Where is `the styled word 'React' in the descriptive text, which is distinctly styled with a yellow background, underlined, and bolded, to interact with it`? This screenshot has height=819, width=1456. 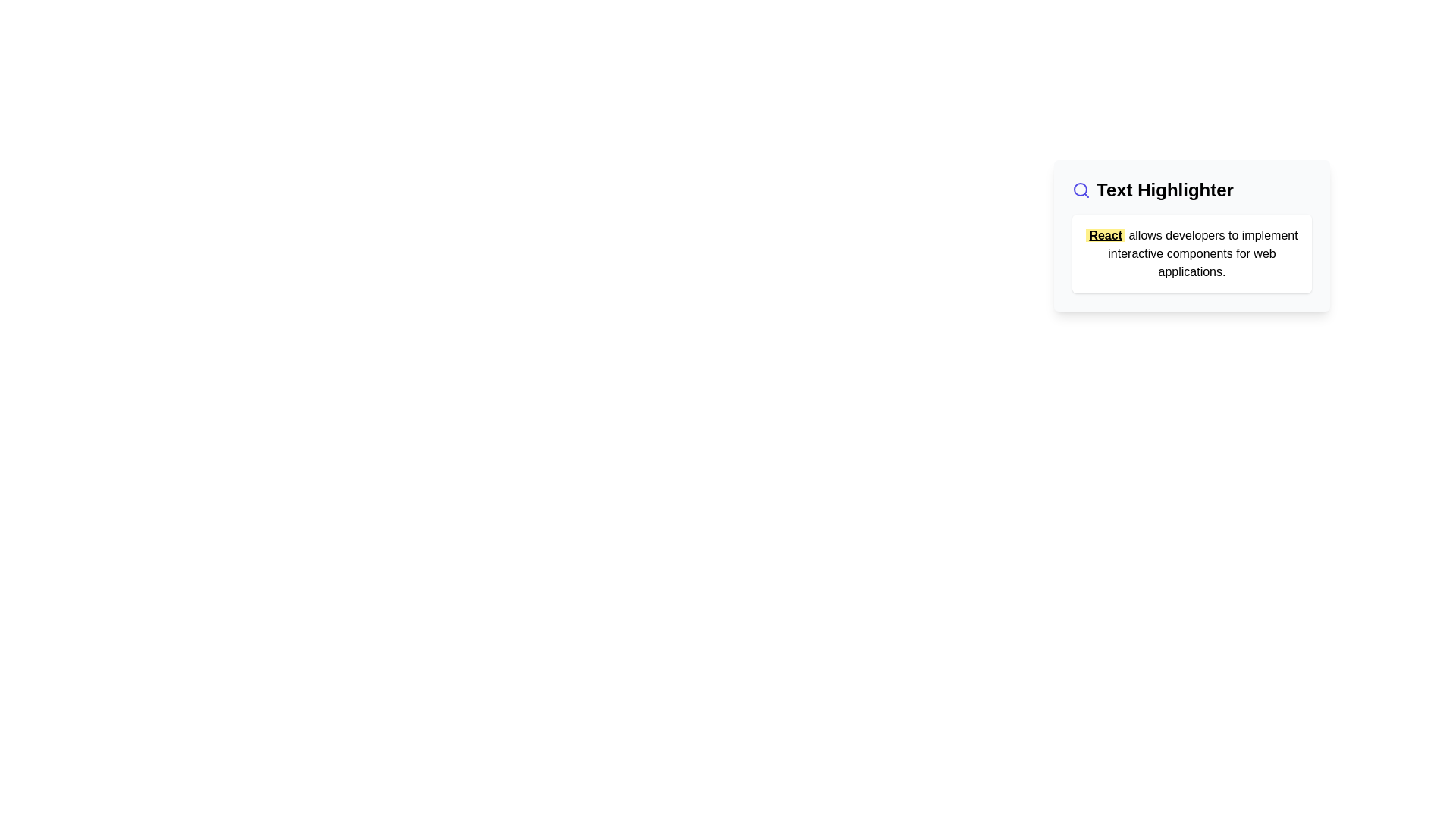
the styled word 'React' in the descriptive text, which is distinctly styled with a yellow background, underlined, and bolded, to interact with it is located at coordinates (1191, 253).